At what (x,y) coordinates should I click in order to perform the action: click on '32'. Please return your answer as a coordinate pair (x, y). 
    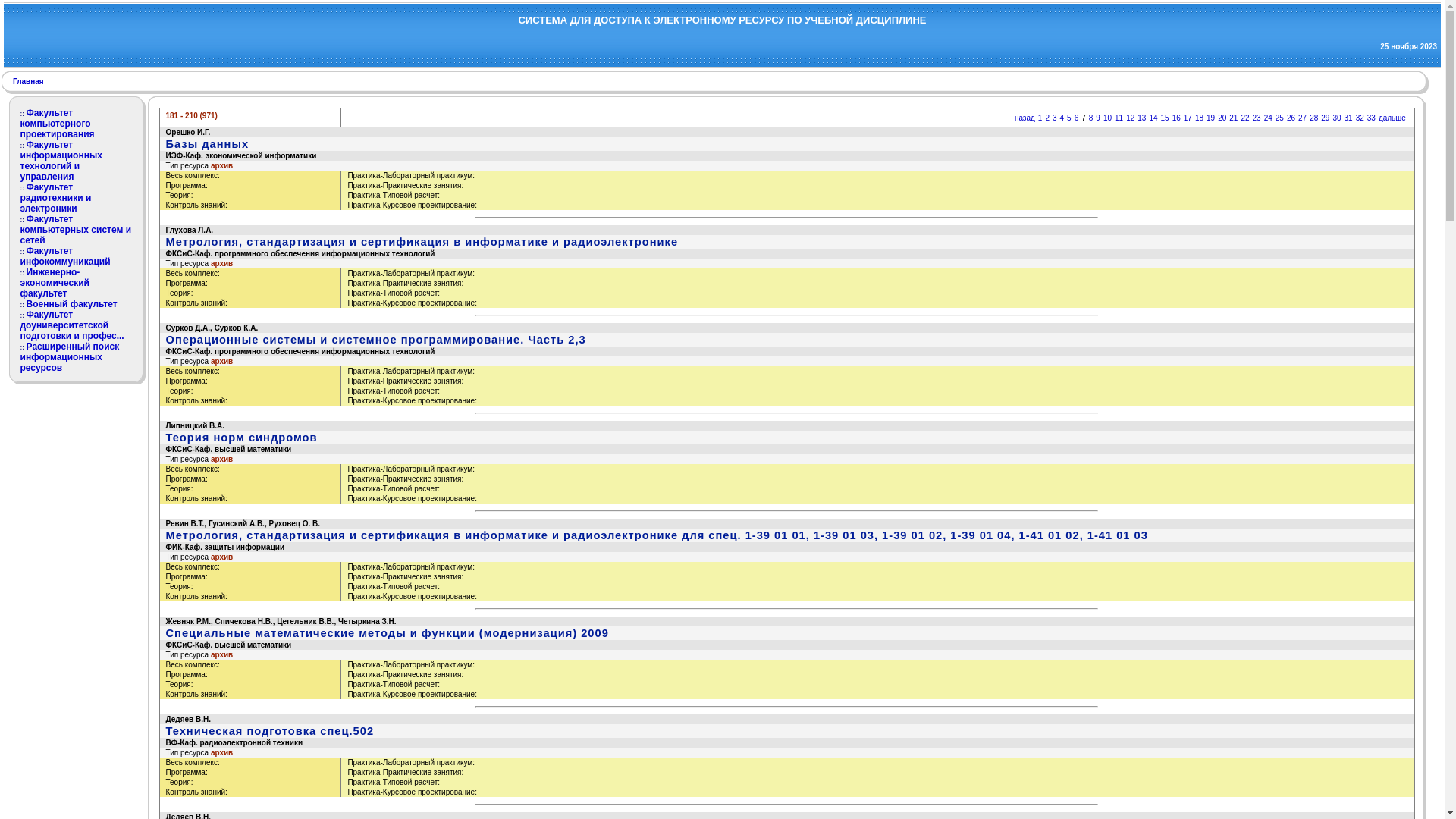
    Looking at the image, I should click on (1356, 117).